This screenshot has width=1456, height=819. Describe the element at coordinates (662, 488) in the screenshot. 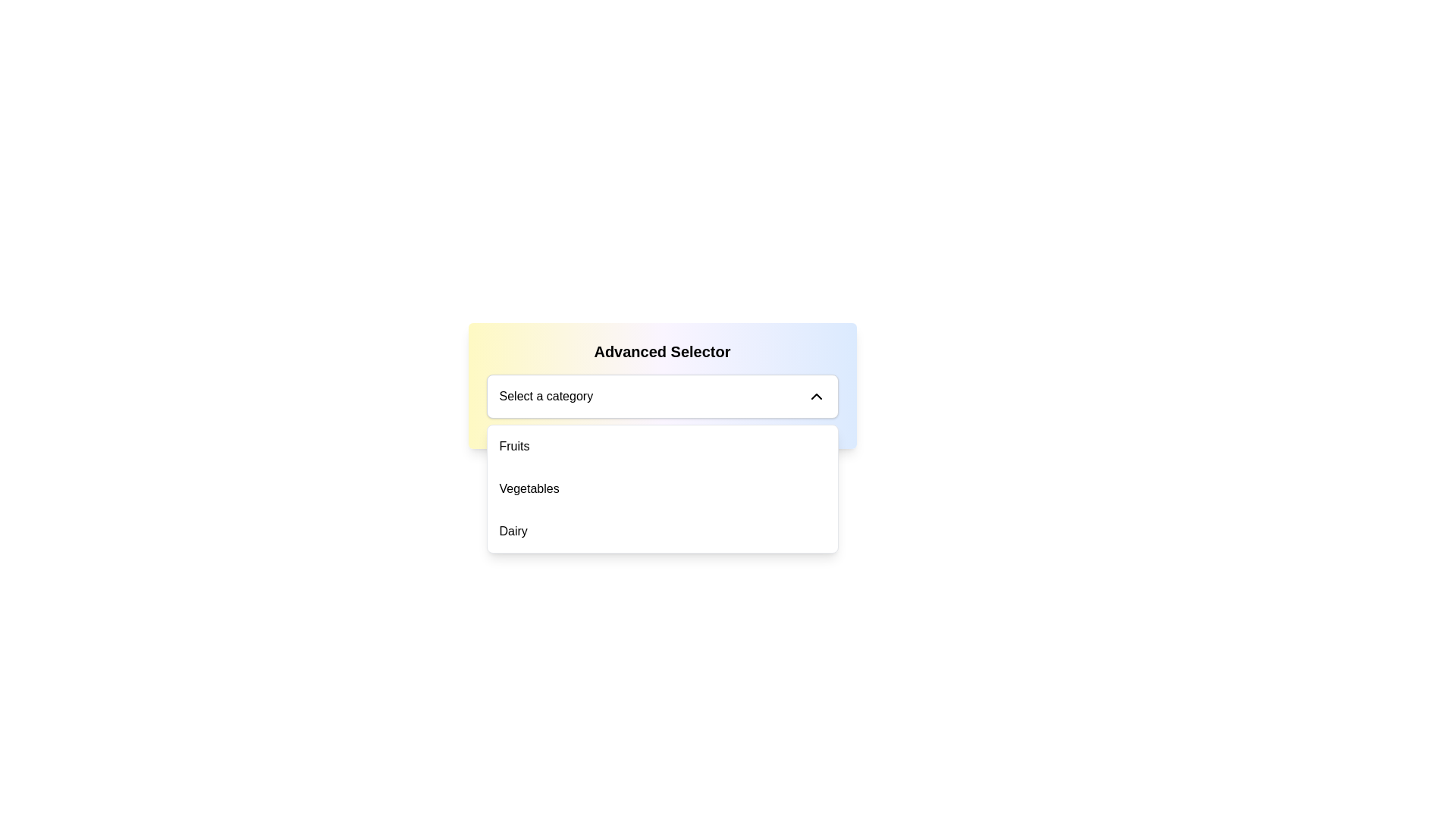

I see `the 'Vegetables' option in the dropdown menu, which is the second item in a list of three options` at that location.